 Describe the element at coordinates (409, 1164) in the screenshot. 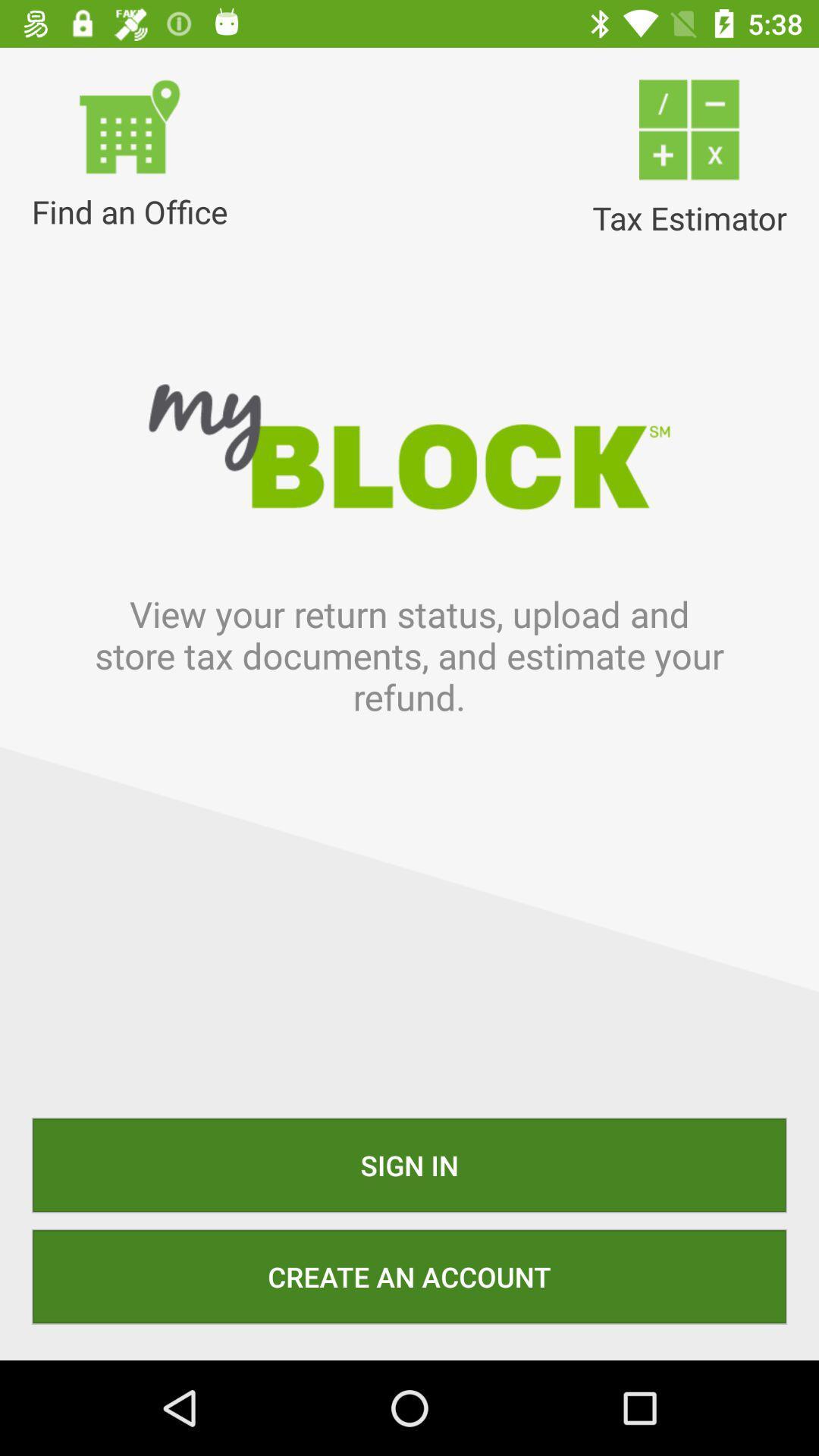

I see `sign in` at that location.